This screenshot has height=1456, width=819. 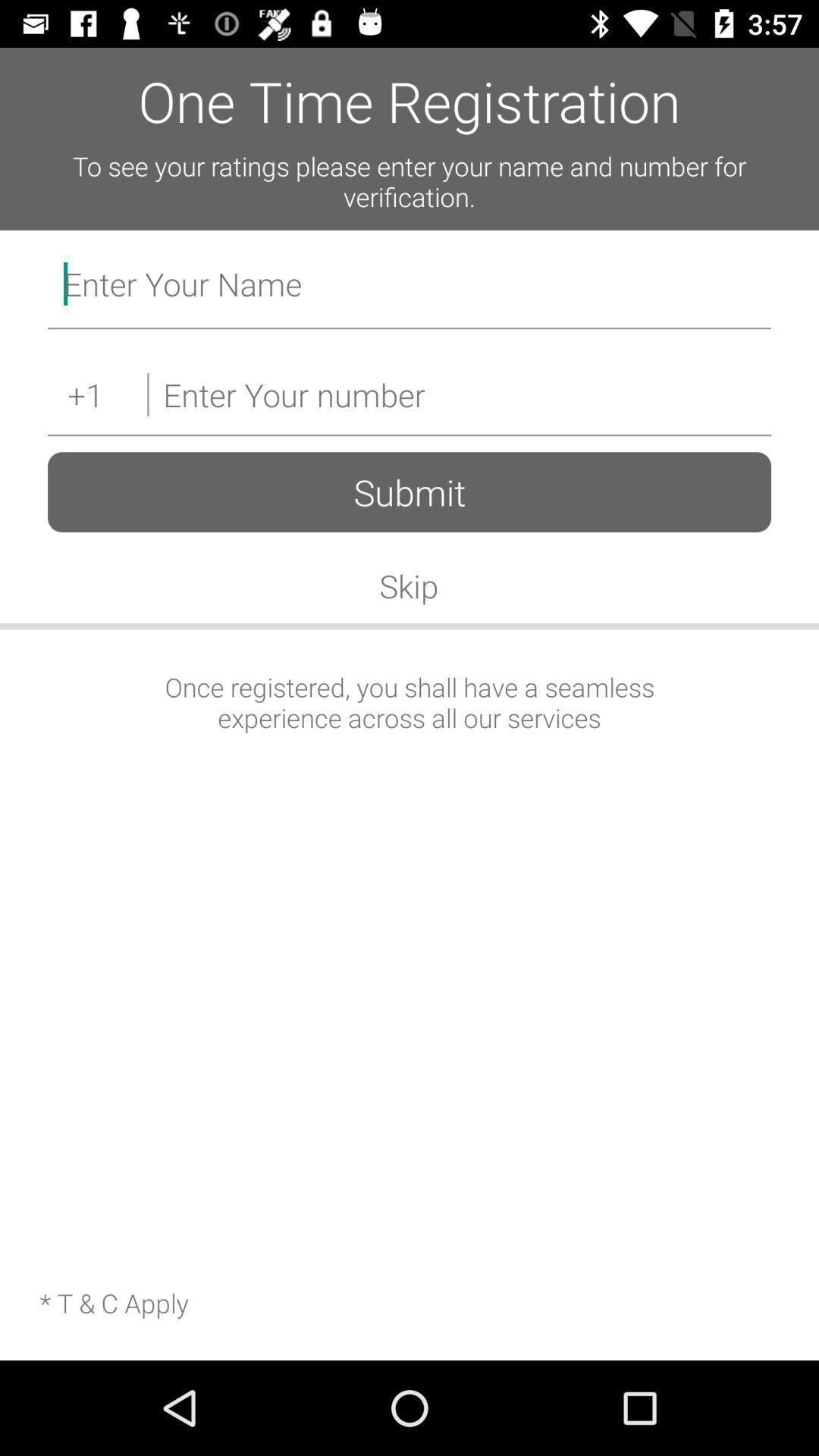 What do you see at coordinates (409, 492) in the screenshot?
I see `icon below the +1` at bounding box center [409, 492].